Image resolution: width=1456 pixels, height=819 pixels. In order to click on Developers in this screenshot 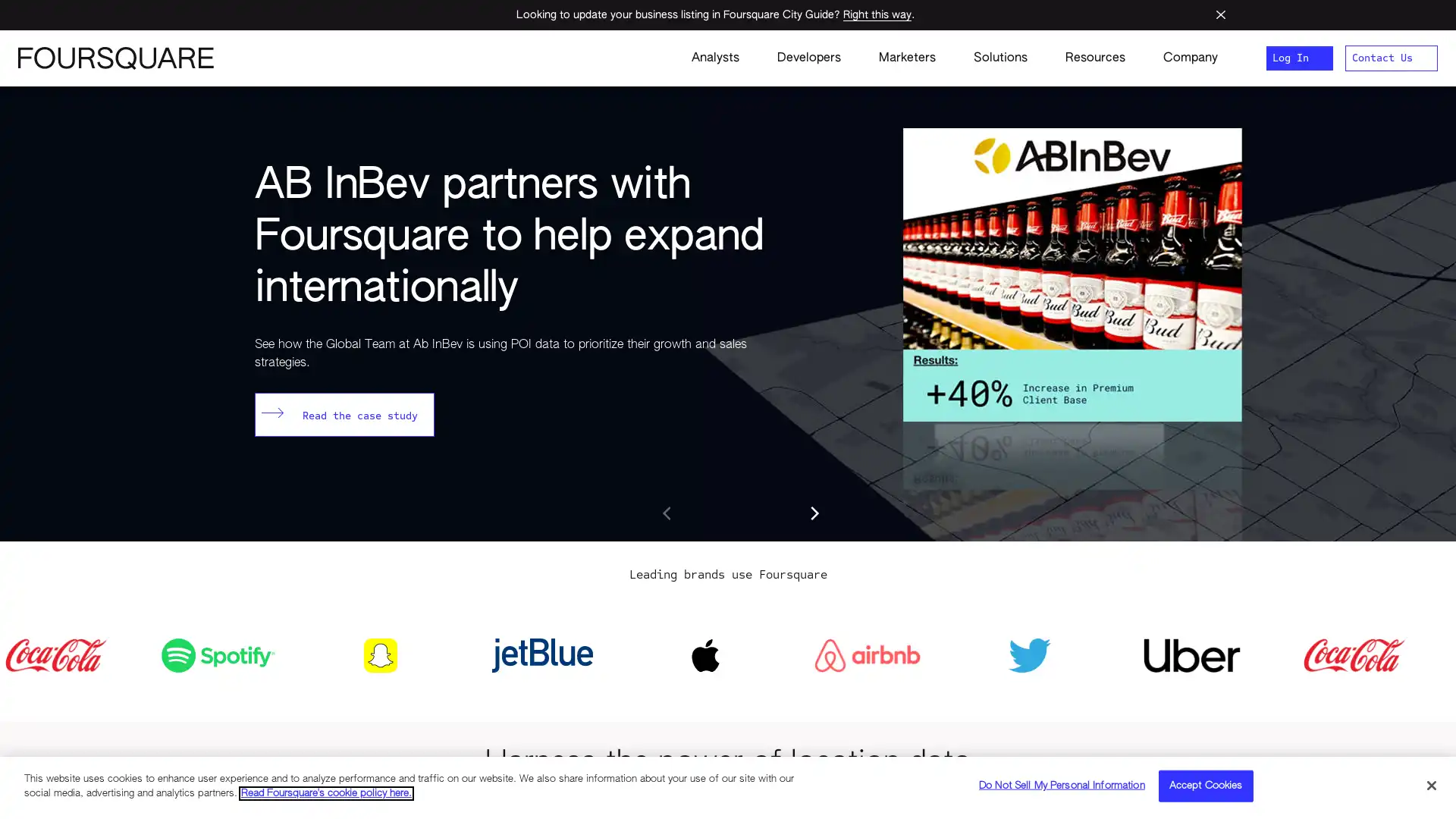, I will do `click(808, 58)`.